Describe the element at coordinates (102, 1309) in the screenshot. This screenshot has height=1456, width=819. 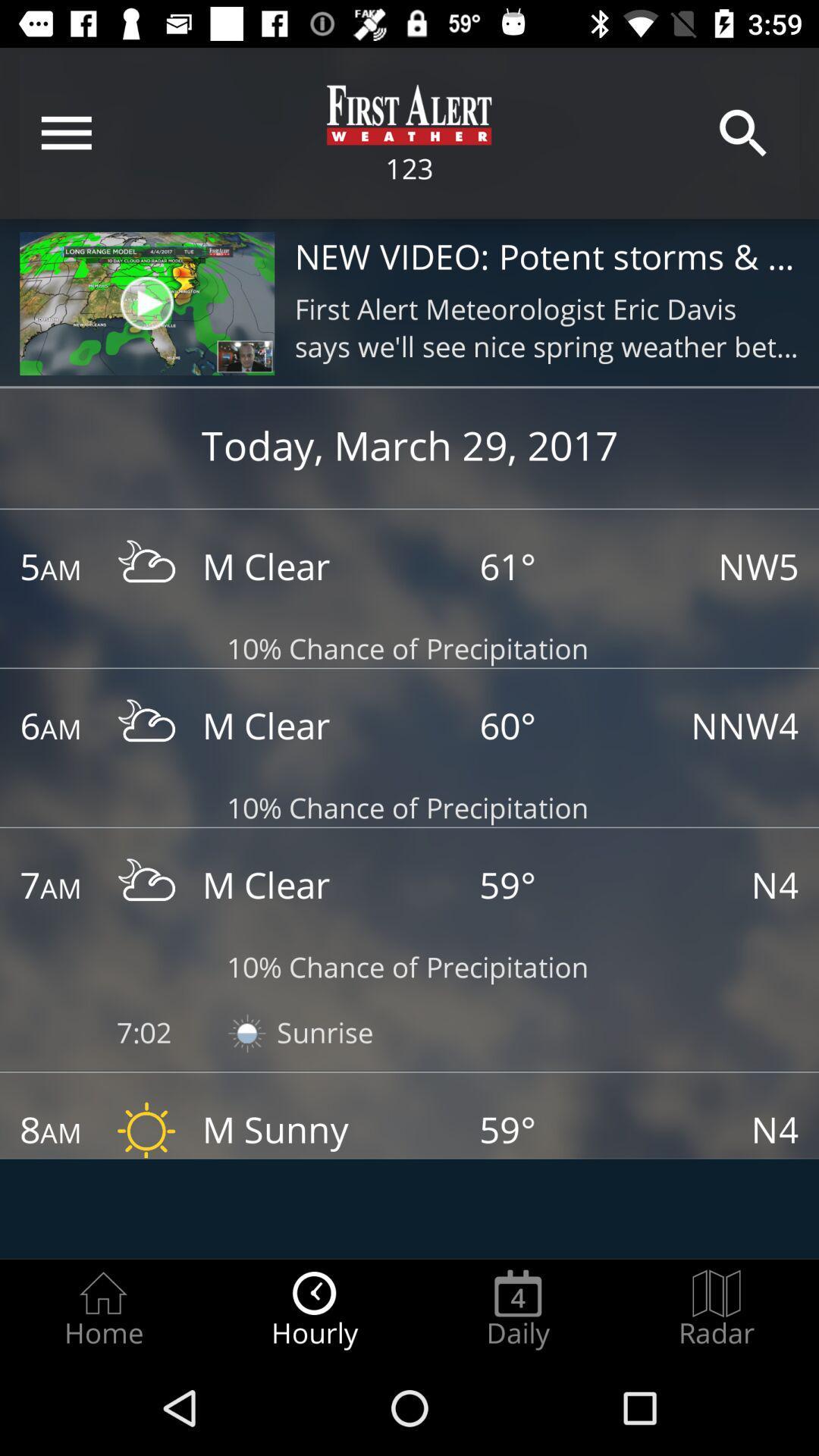
I see `the radio button to the left of hourly item` at that location.